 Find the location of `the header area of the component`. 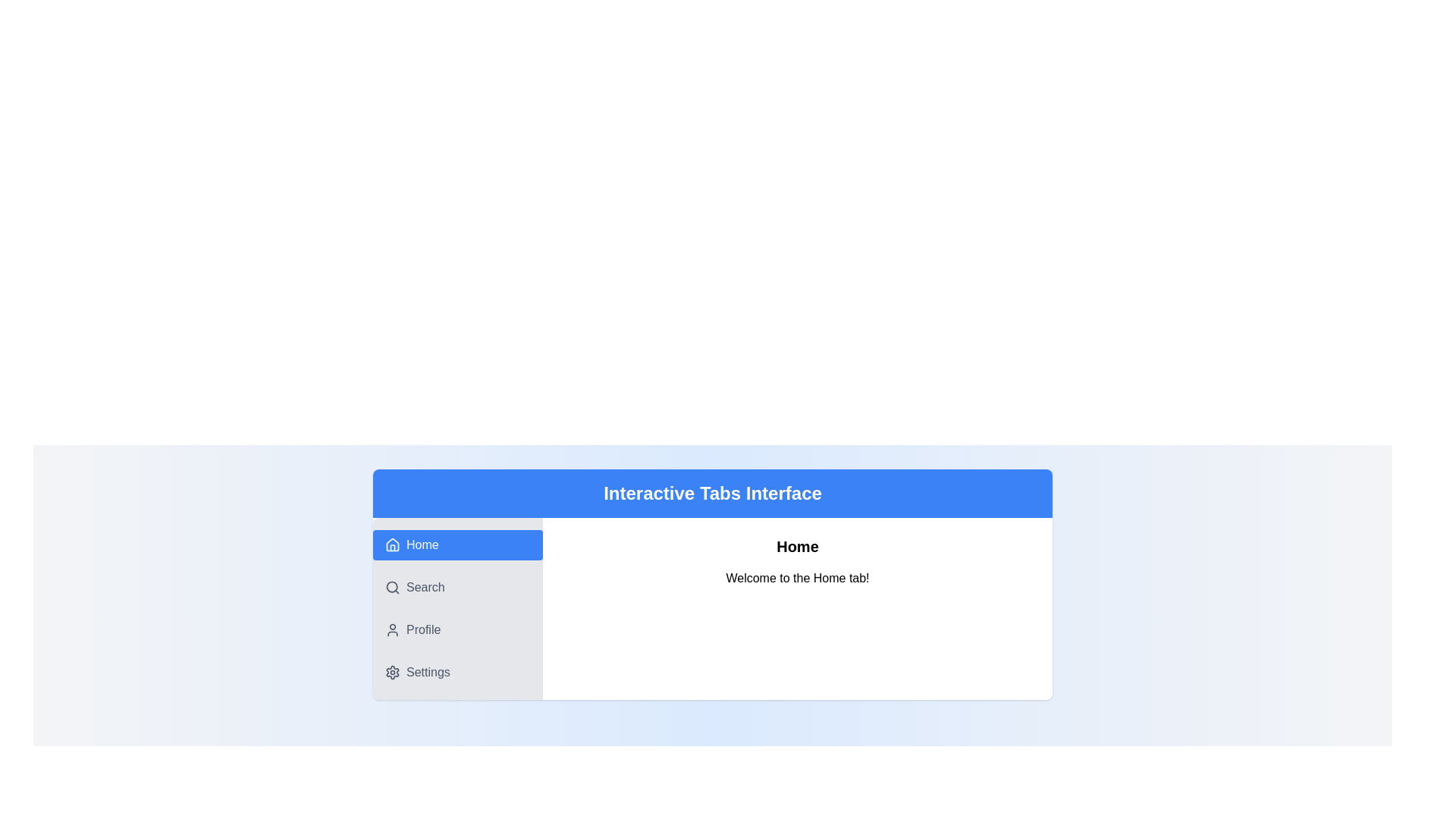

the header area of the component is located at coordinates (712, 494).